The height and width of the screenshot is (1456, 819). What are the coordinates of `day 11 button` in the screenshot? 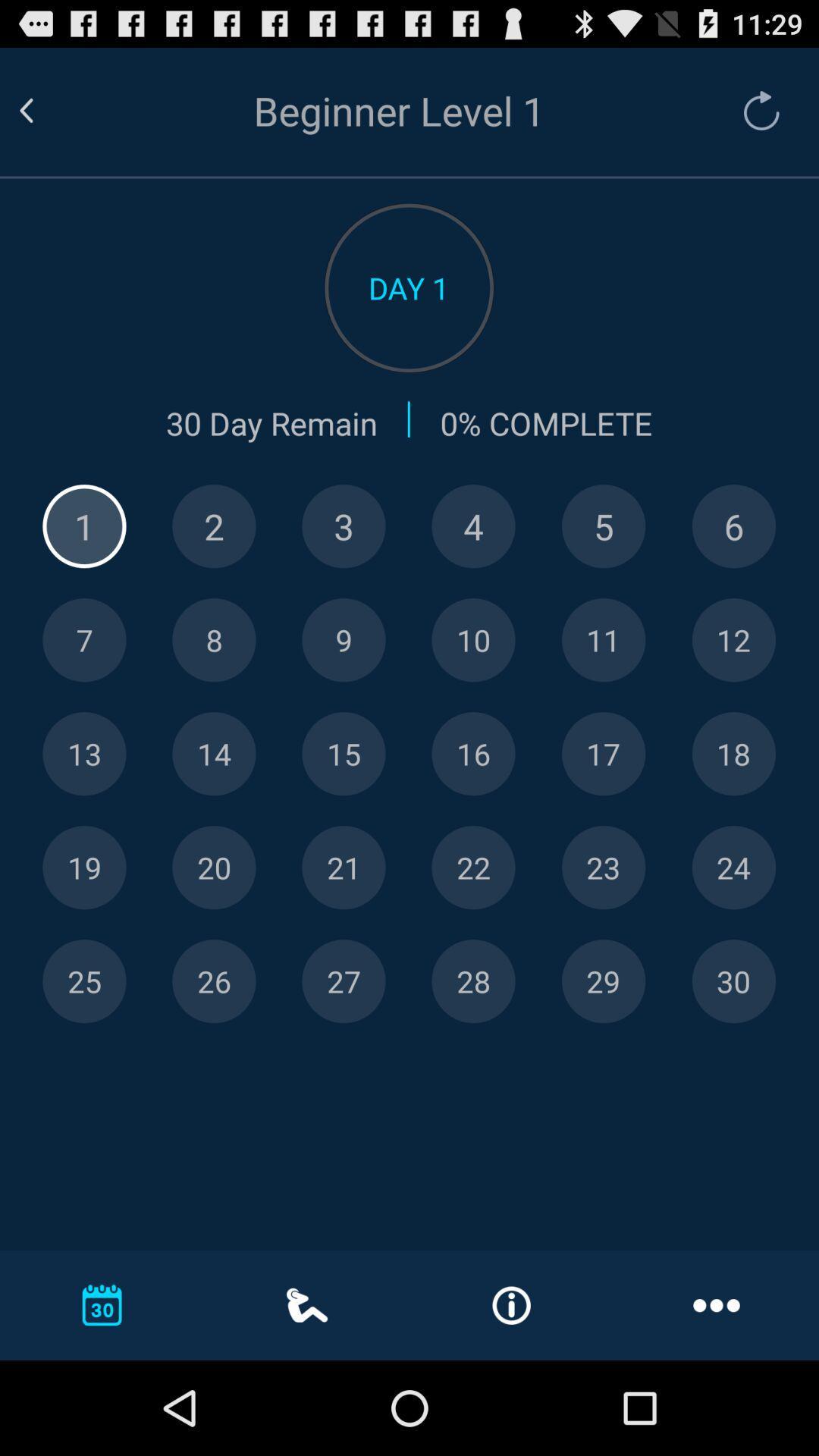 It's located at (603, 640).